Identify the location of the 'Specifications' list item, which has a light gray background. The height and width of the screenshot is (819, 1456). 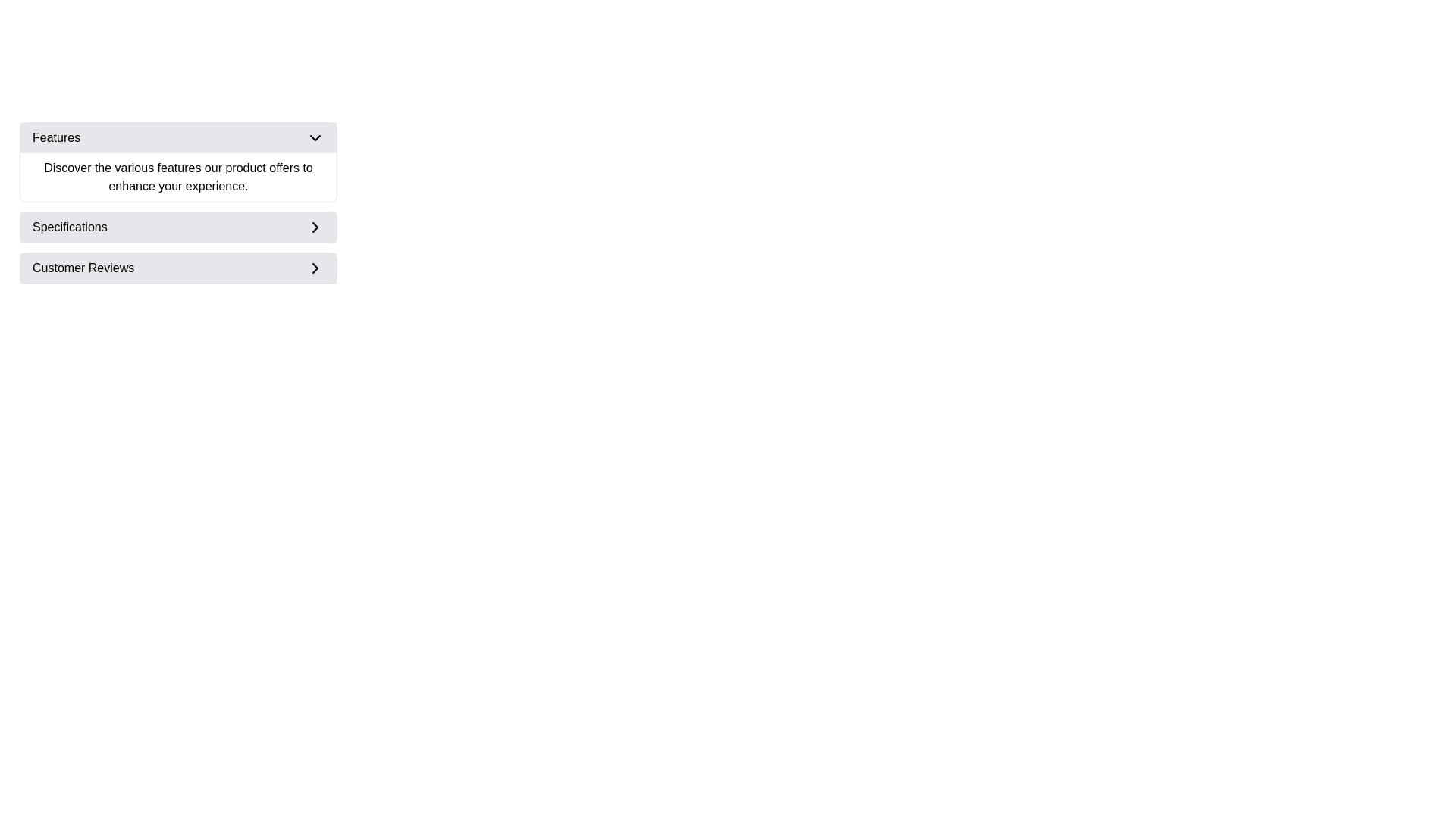
(178, 227).